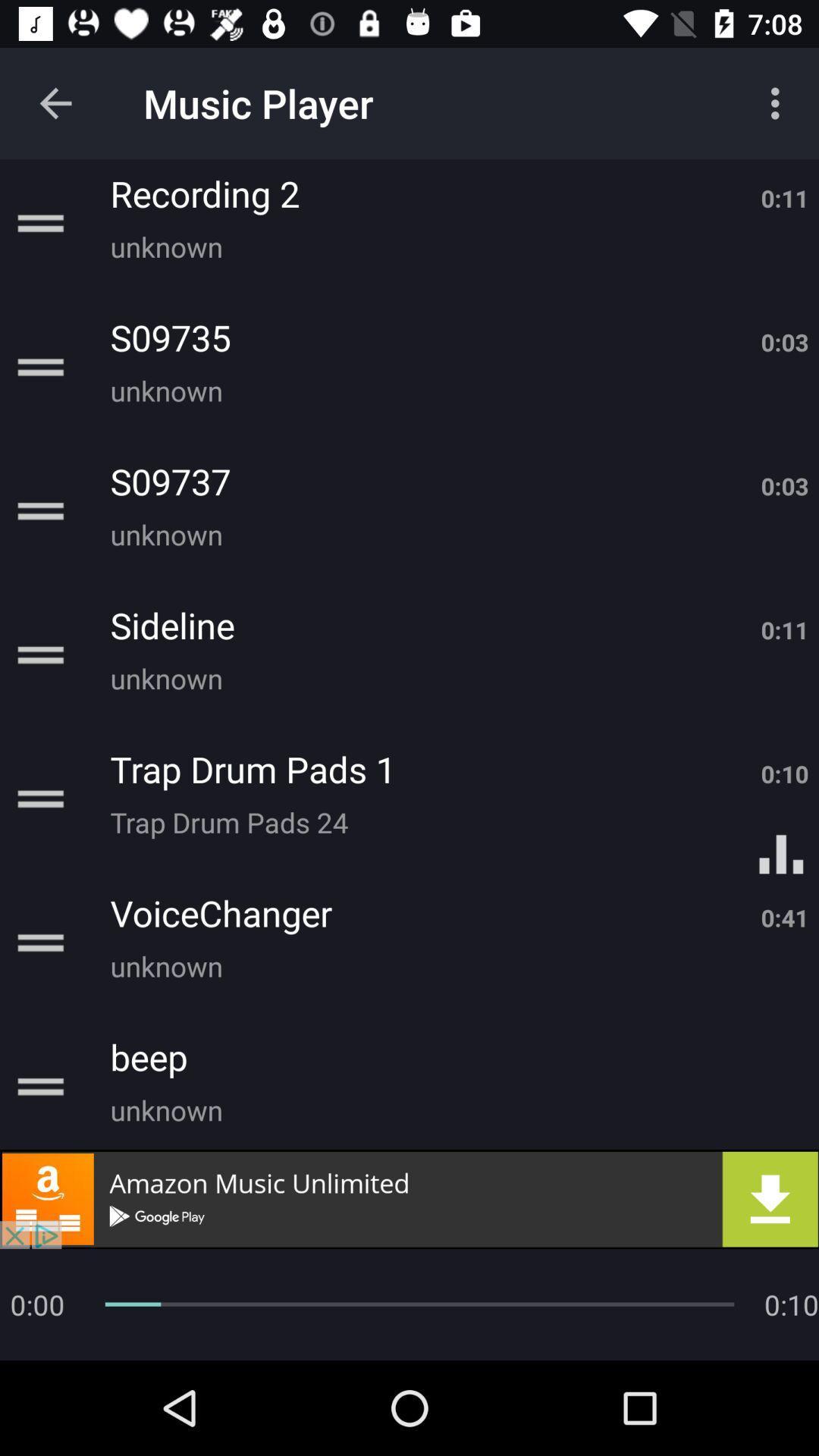 The height and width of the screenshot is (1456, 819). Describe the element at coordinates (409, 1198) in the screenshot. I see `open advertisement` at that location.